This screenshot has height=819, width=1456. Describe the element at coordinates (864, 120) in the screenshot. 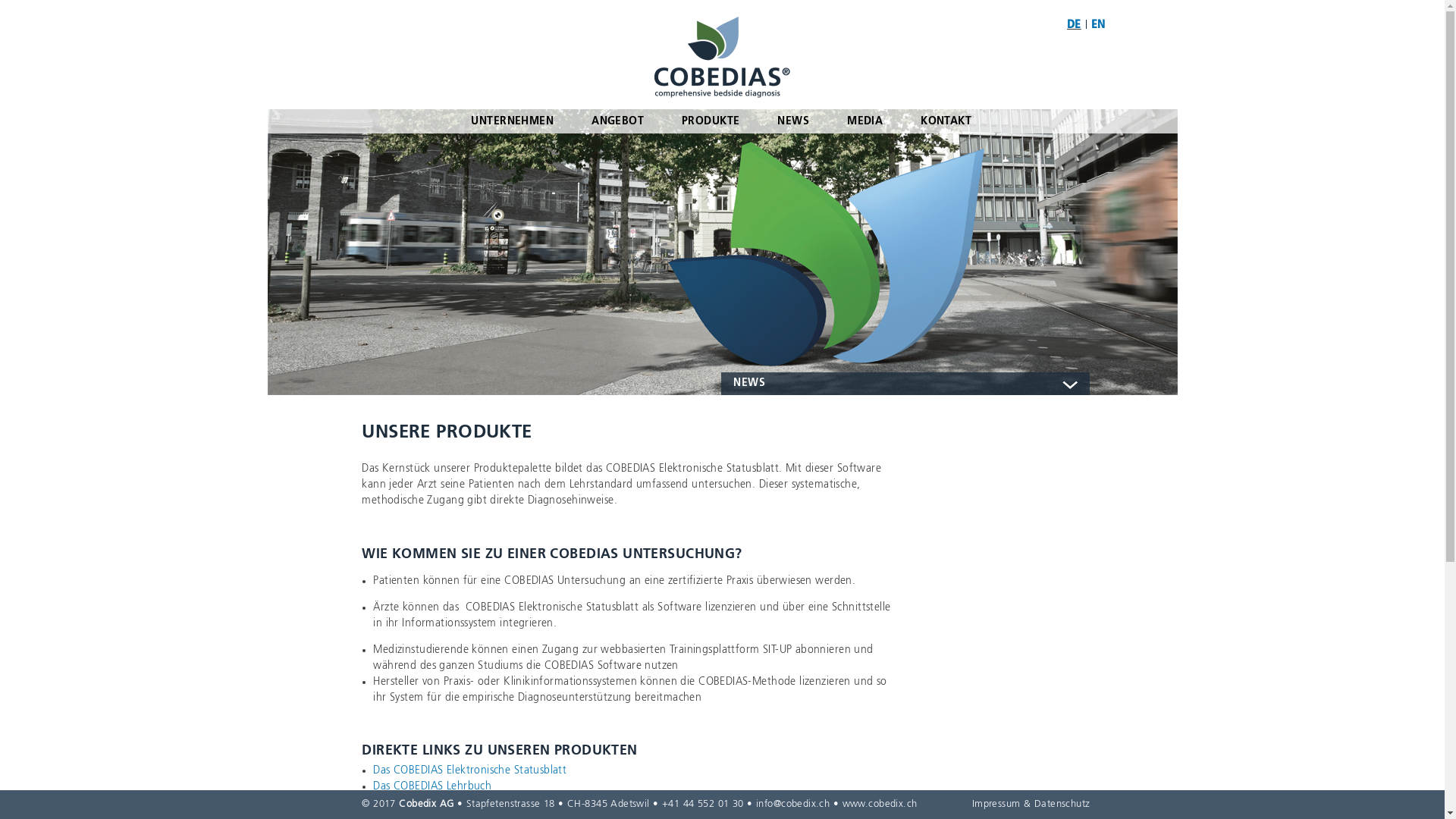

I see `'MEDIA'` at that location.